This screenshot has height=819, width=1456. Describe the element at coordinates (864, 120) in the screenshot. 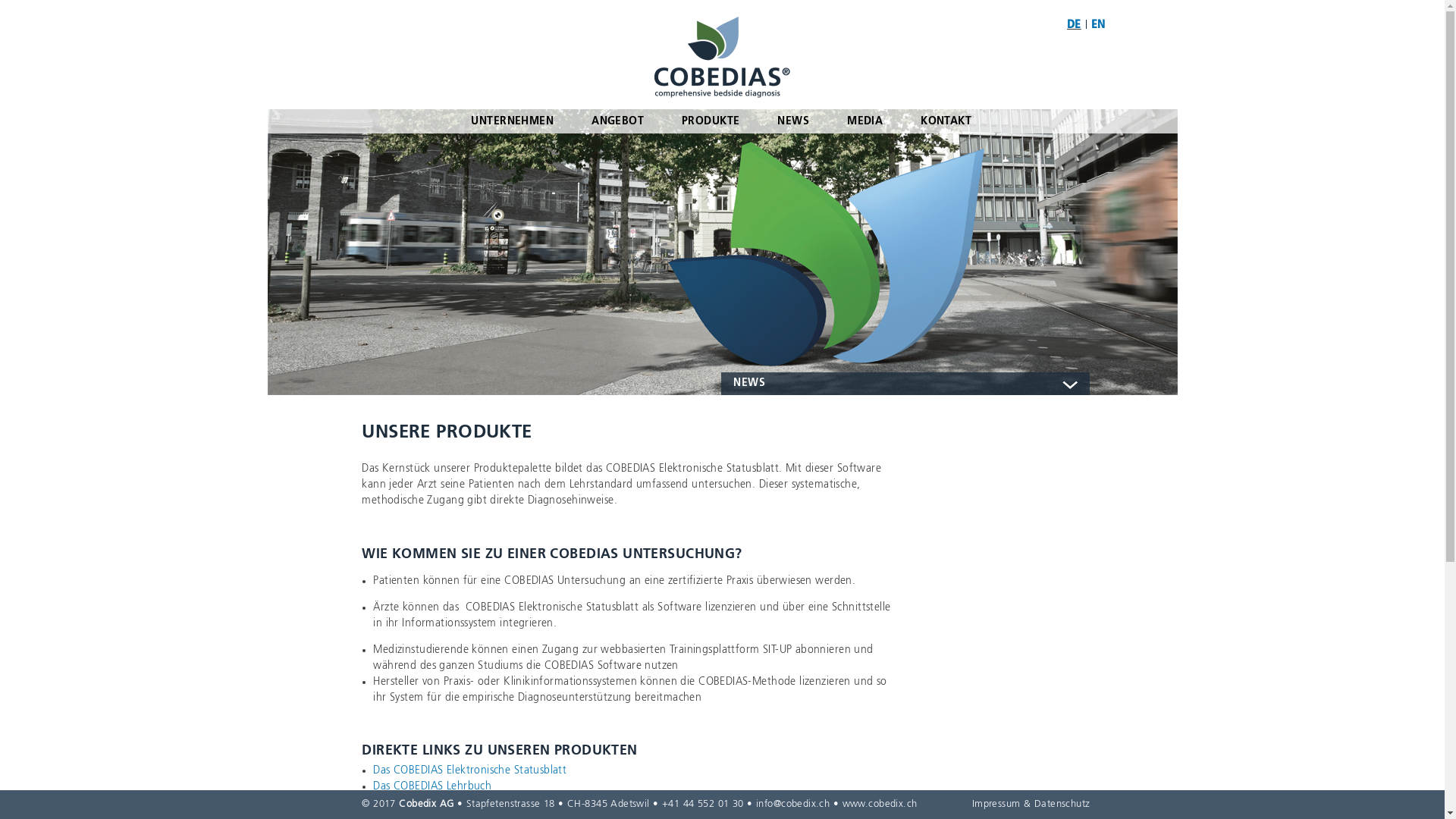

I see `'MEDIA'` at that location.